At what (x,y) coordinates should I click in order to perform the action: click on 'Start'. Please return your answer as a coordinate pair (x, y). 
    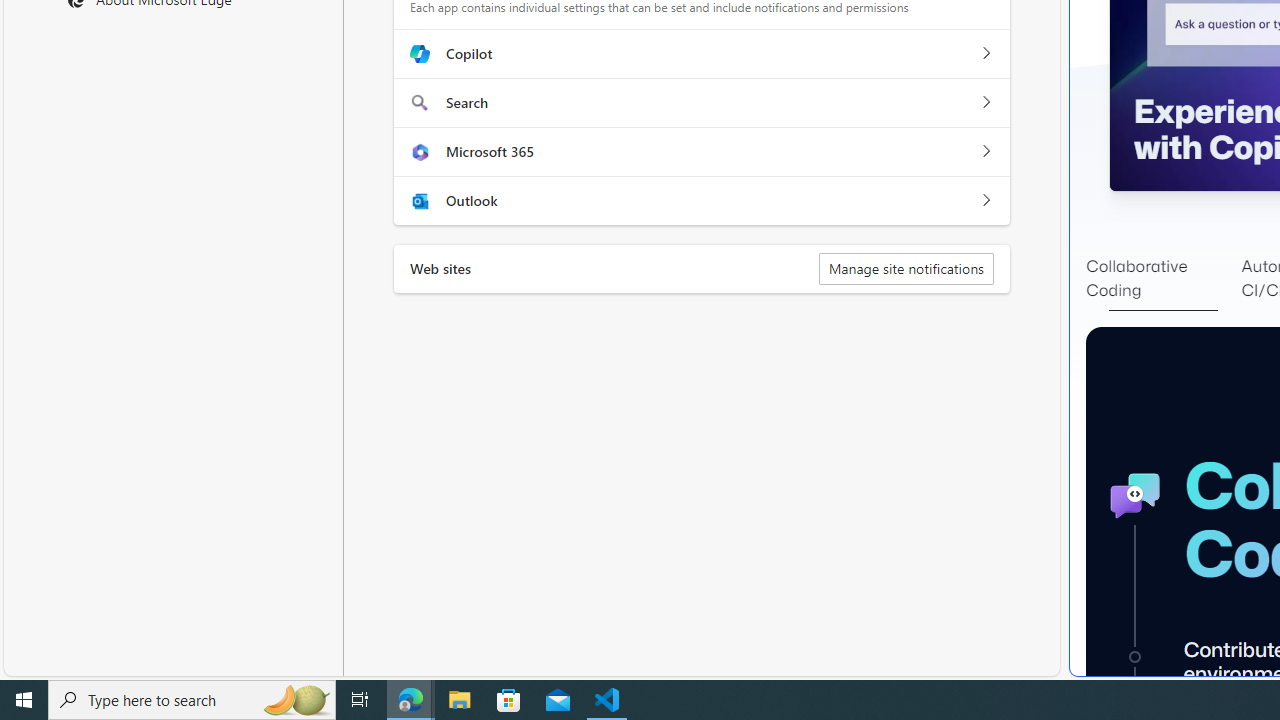
    Looking at the image, I should click on (24, 698).